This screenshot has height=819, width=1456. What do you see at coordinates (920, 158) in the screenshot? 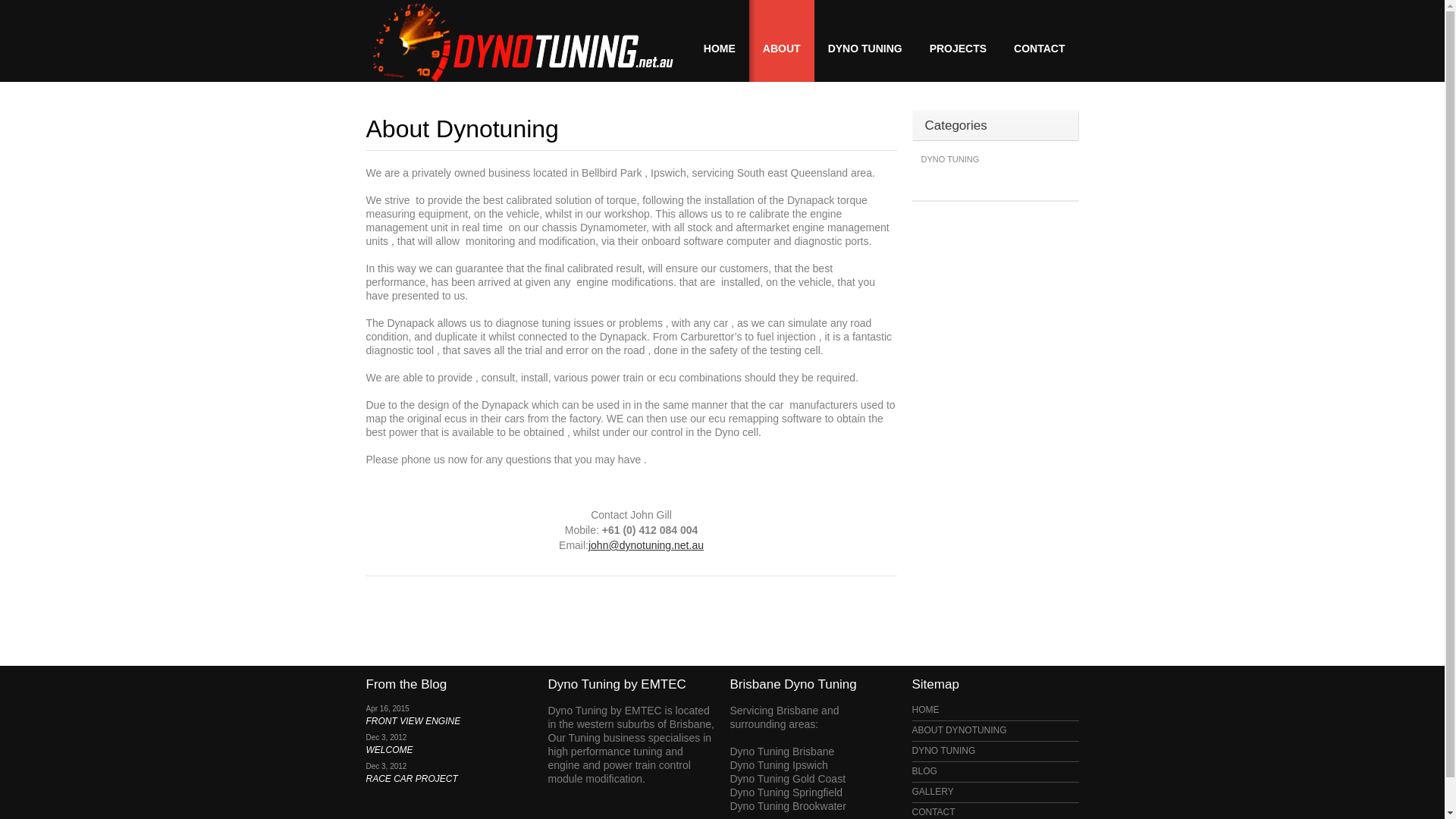
I see `'DYNO TUNING'` at bounding box center [920, 158].